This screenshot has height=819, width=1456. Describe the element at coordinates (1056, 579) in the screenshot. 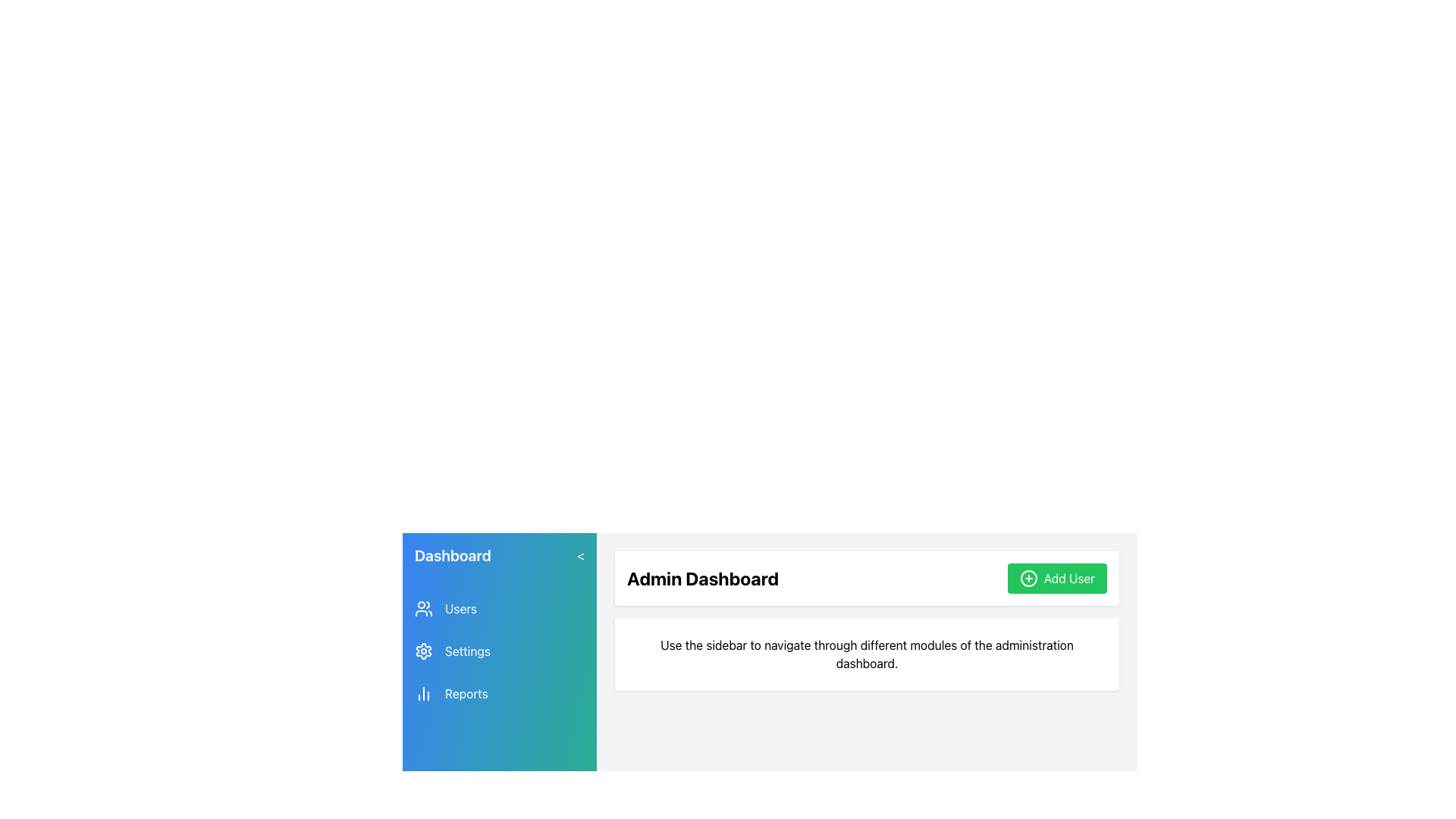

I see `the button located in the top-right corner of the 'Admin Dashboard' section to initiate the process of adding a new user` at that location.